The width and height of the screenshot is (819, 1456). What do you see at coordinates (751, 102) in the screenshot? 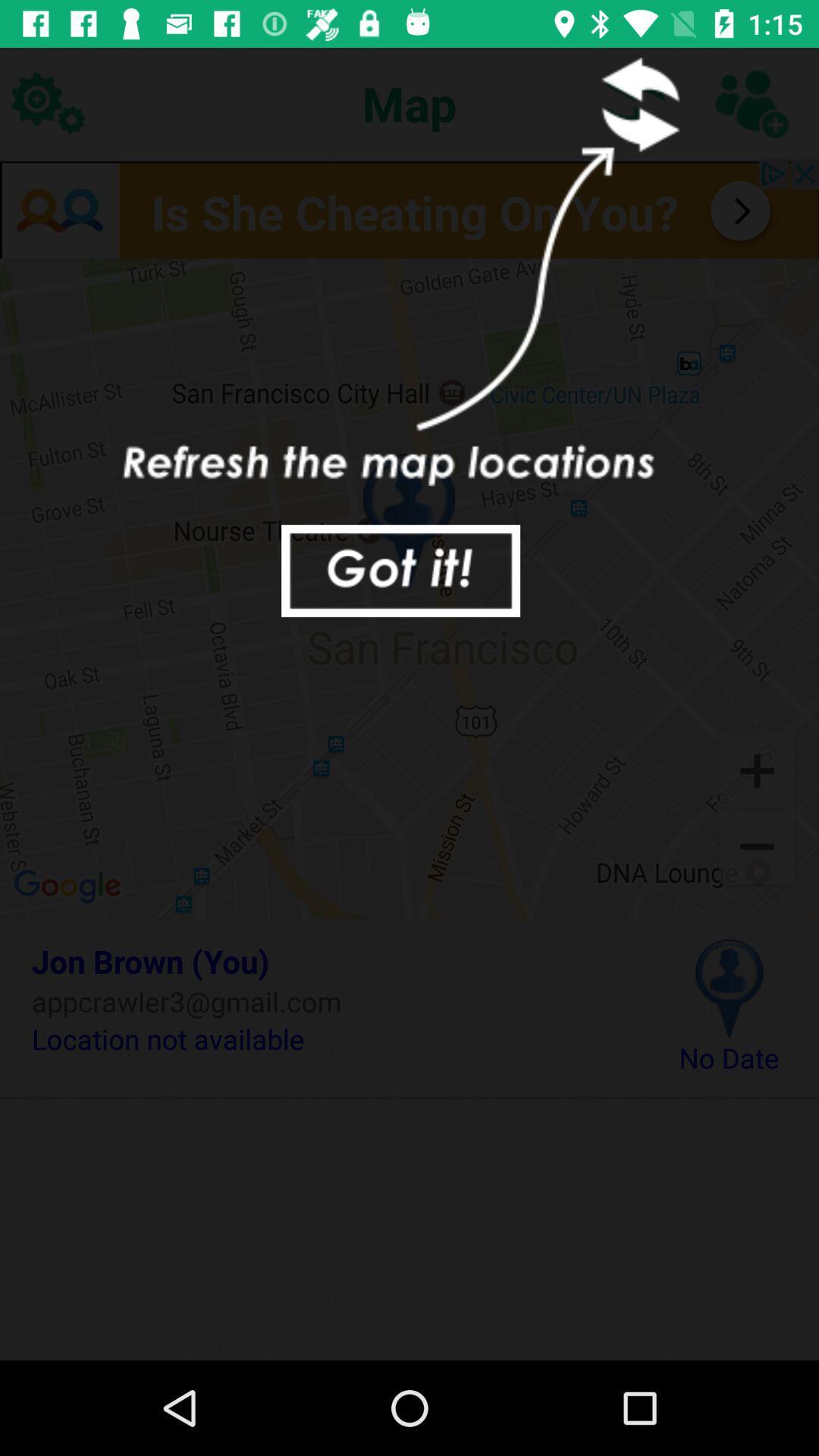
I see `refresh map locations` at bounding box center [751, 102].